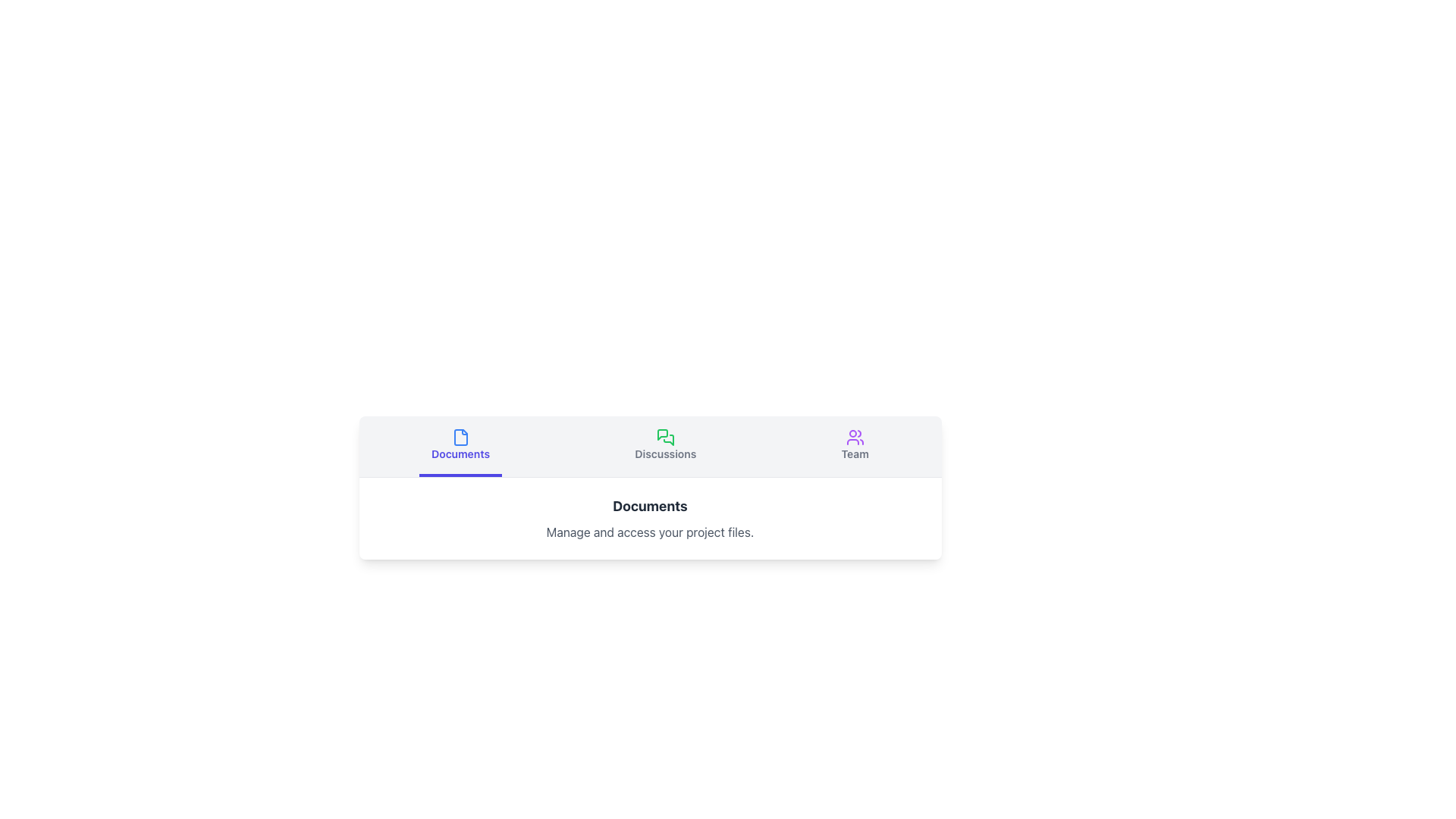  I want to click on the text label displaying 'Documents', which is styled in bold and large font, centrally aligned and positioned above the supporting text, so click(650, 506).